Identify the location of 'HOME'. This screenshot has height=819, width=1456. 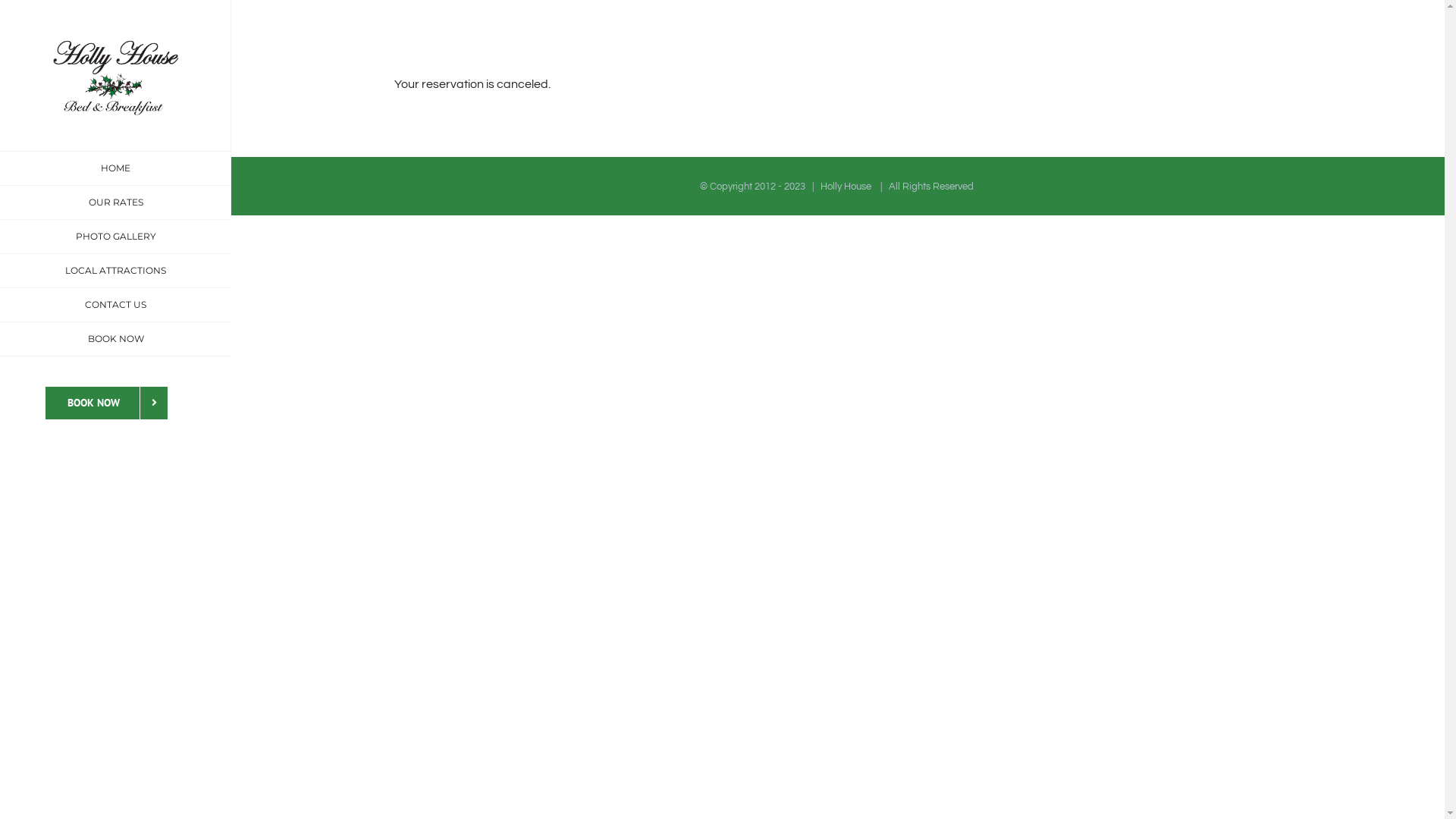
(115, 168).